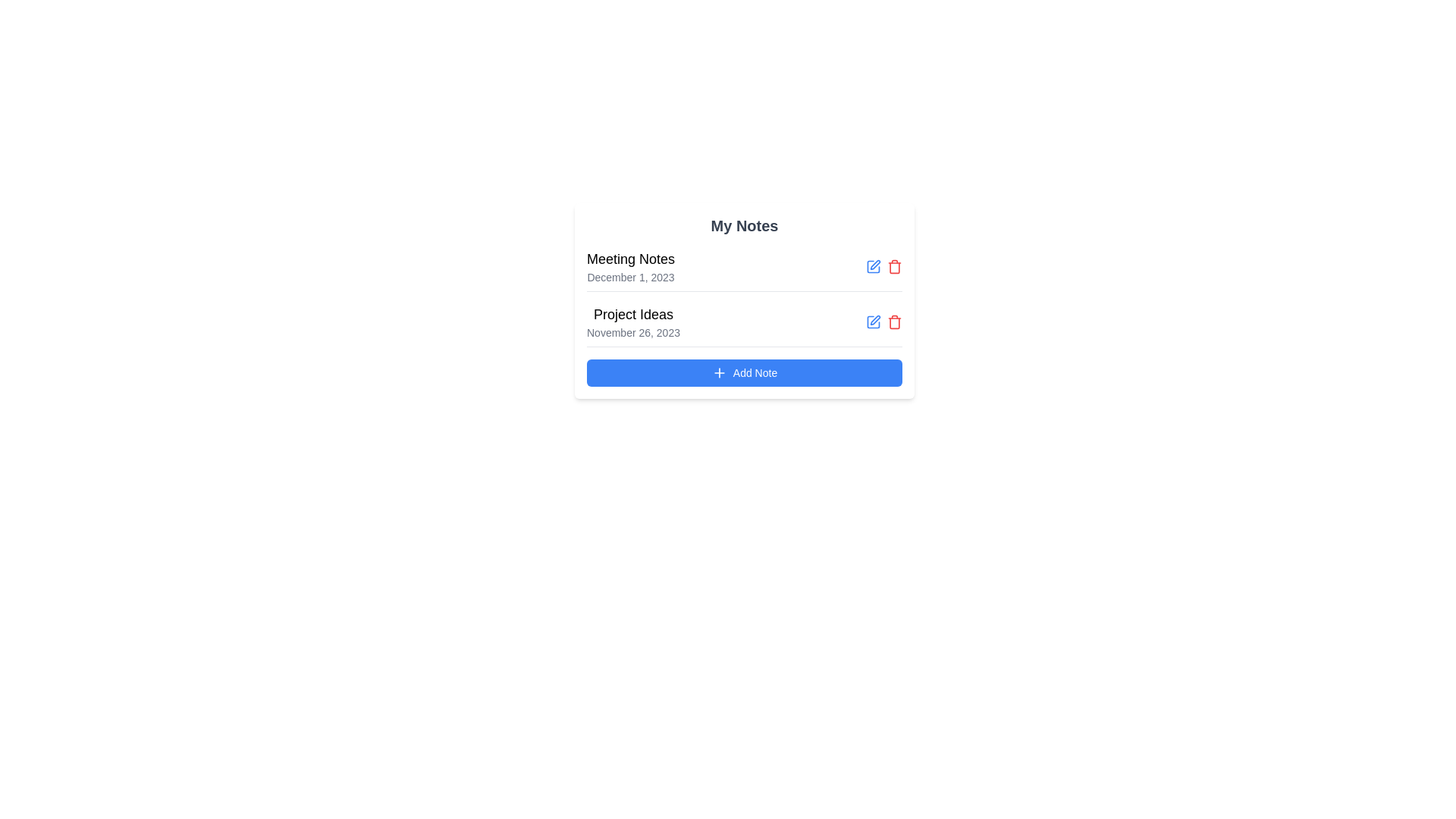  Describe the element at coordinates (633, 321) in the screenshot. I see `the textual display containing the title 'Project Ideas' and the subtitle 'November 26, 2023', which is located in the second row of the list layout under 'My Notes'` at that location.